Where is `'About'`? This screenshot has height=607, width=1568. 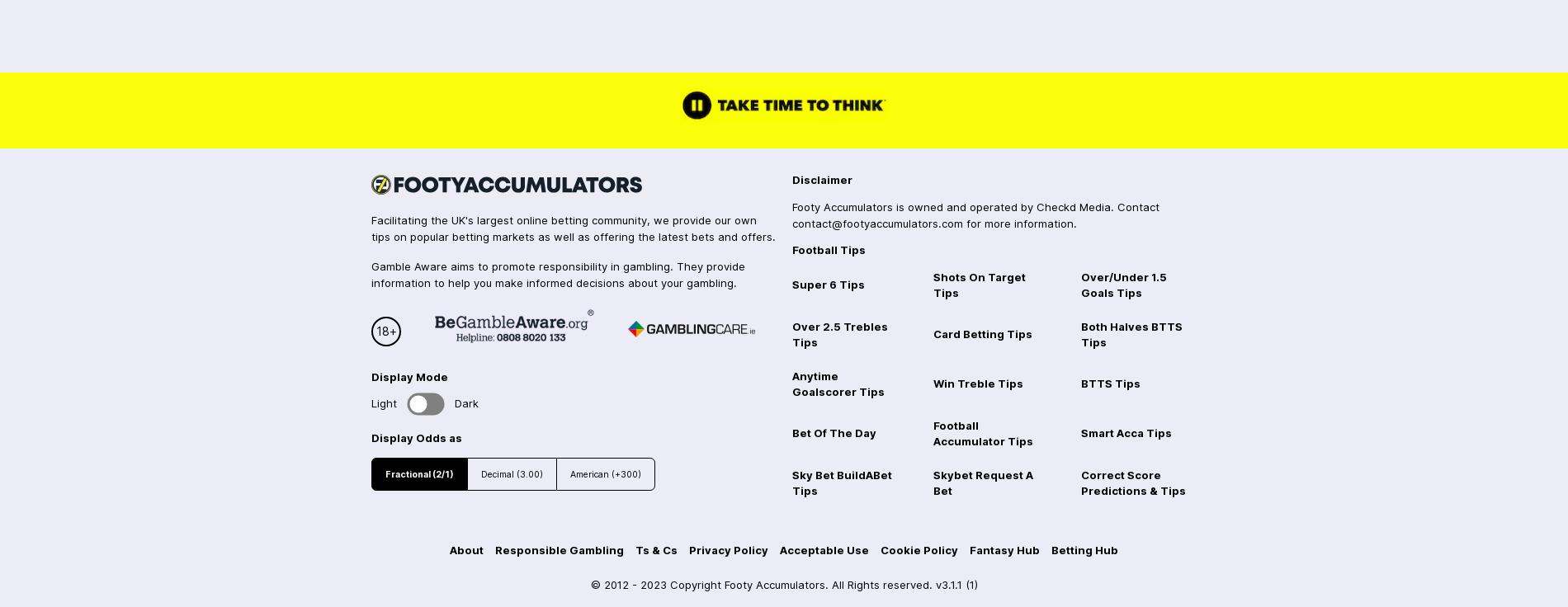
'About' is located at coordinates (466, 548).